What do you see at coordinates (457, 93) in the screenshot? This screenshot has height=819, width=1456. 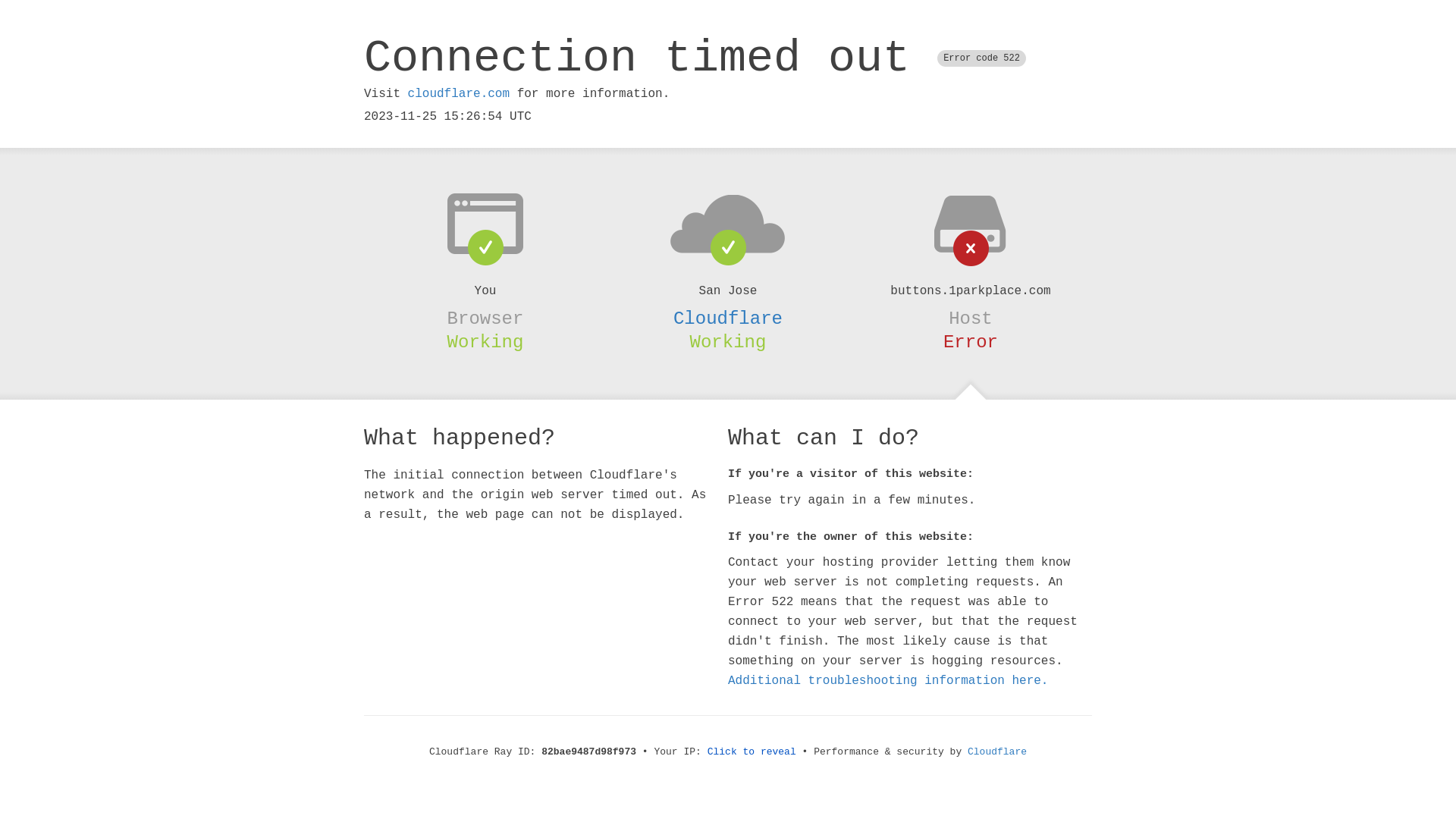 I see `'cloudflare.com'` at bounding box center [457, 93].